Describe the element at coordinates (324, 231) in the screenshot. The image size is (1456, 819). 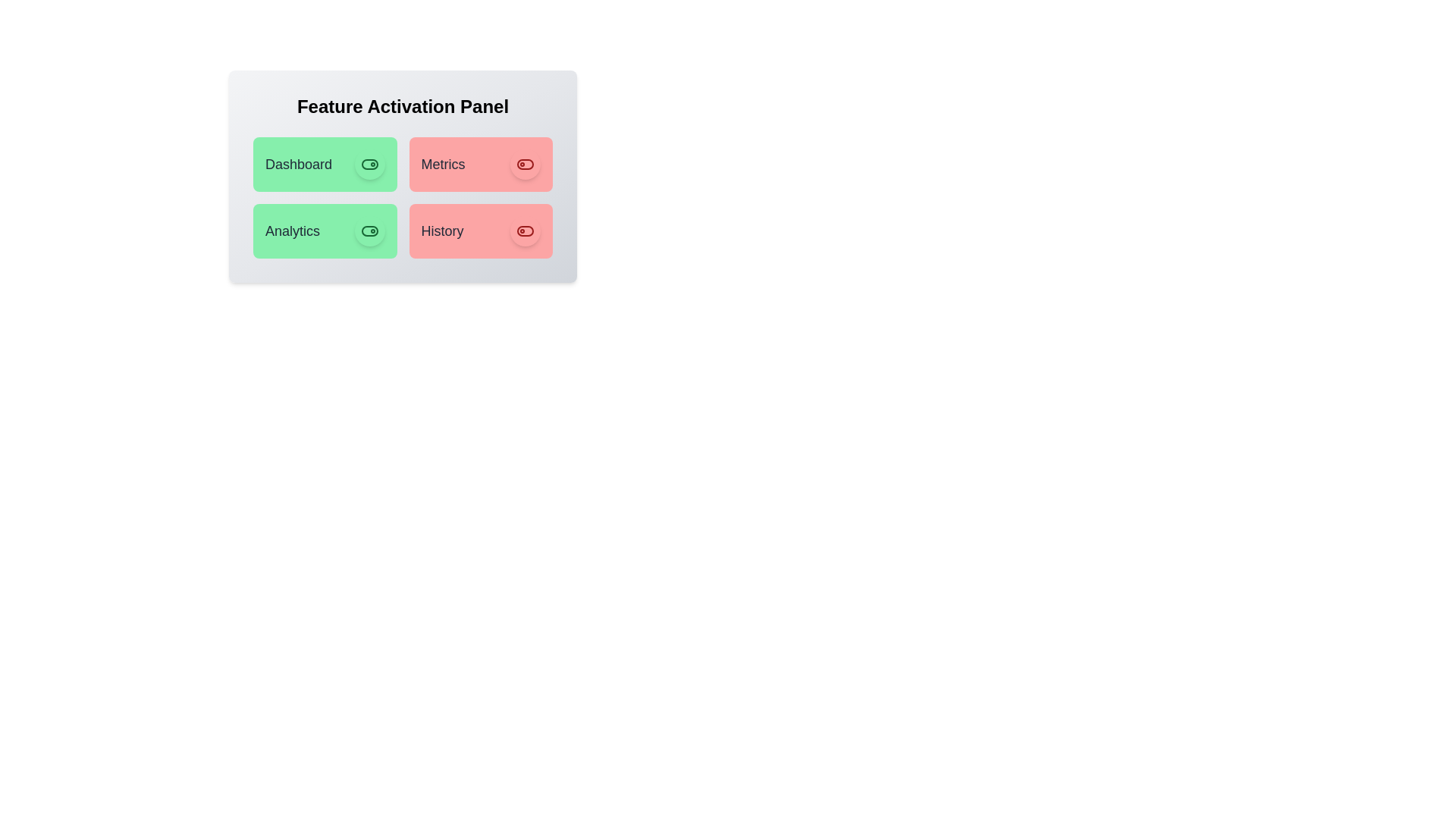
I see `the feature card for Analytics to observe its hover effect` at that location.